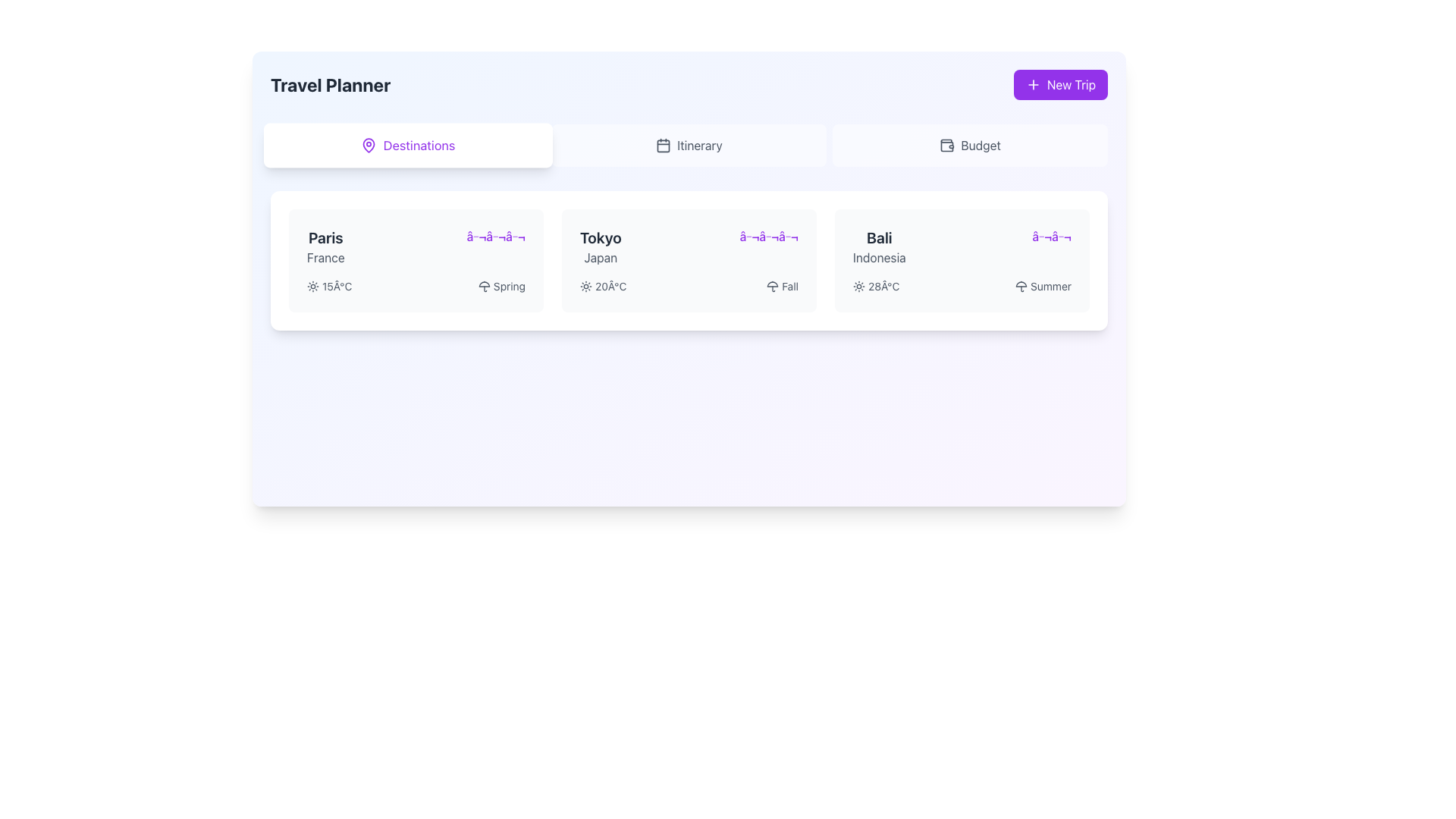 The height and width of the screenshot is (819, 1456). I want to click on the travel destination card for Tokyo, Japan, which is located in the middle column of the 'Destinations' section, so click(688, 259).